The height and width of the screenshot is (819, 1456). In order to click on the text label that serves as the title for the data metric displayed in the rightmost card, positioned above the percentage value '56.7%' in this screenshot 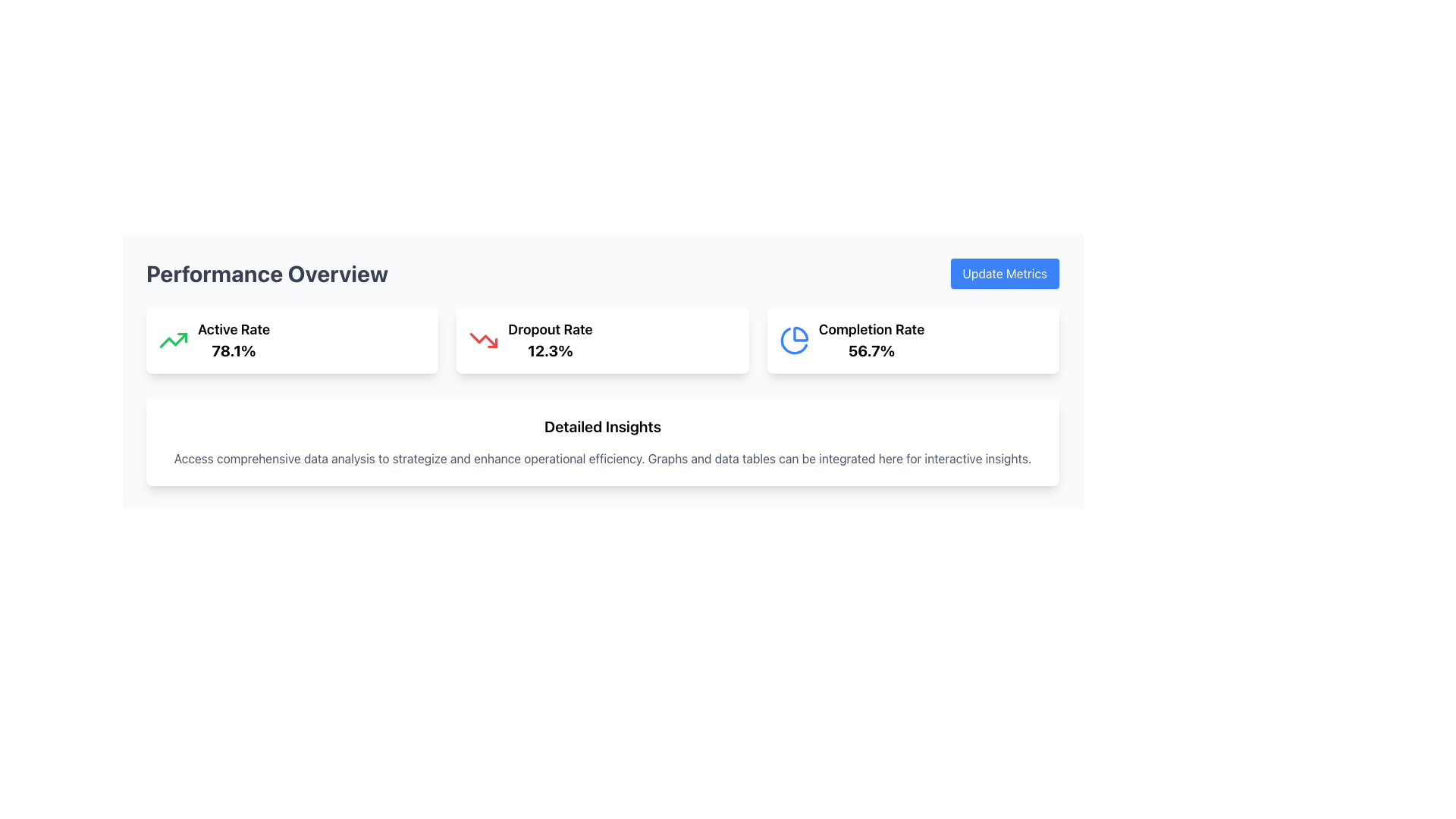, I will do `click(871, 329)`.